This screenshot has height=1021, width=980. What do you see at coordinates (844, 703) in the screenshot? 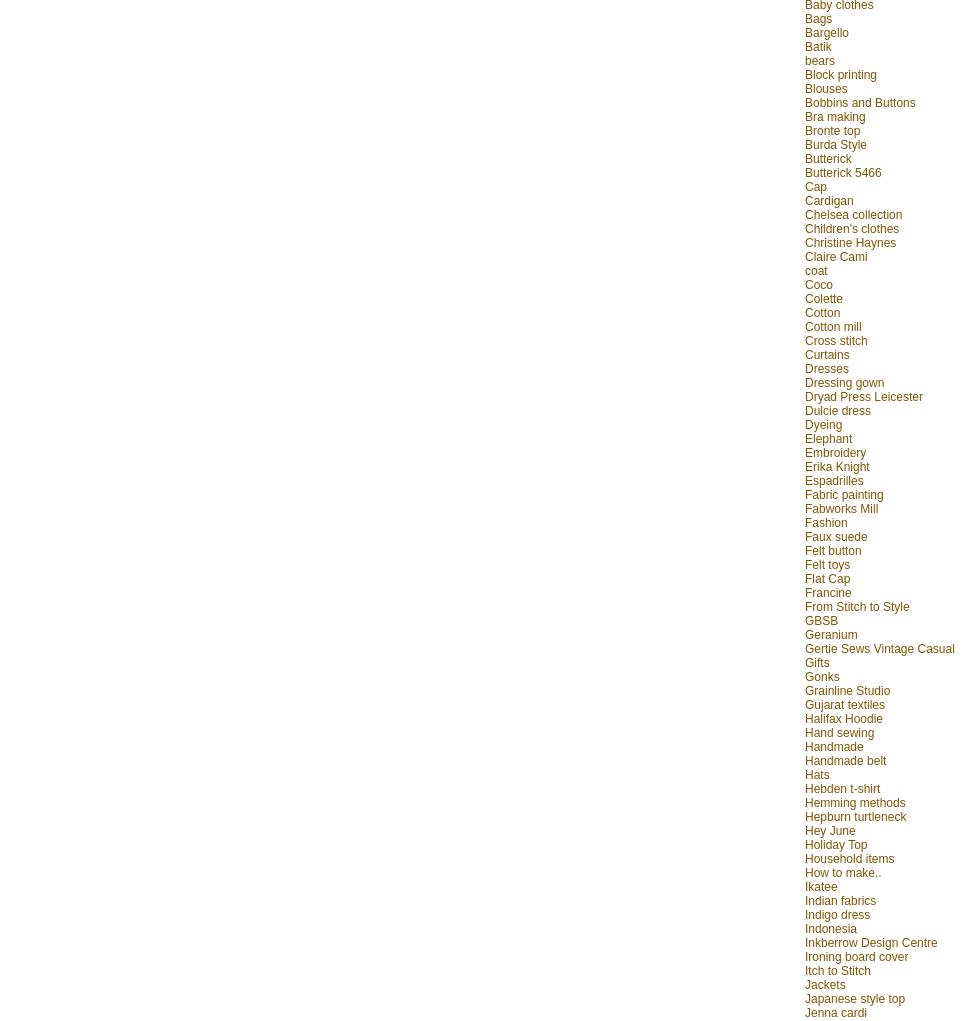
I see `'Gujarat textiles'` at bounding box center [844, 703].